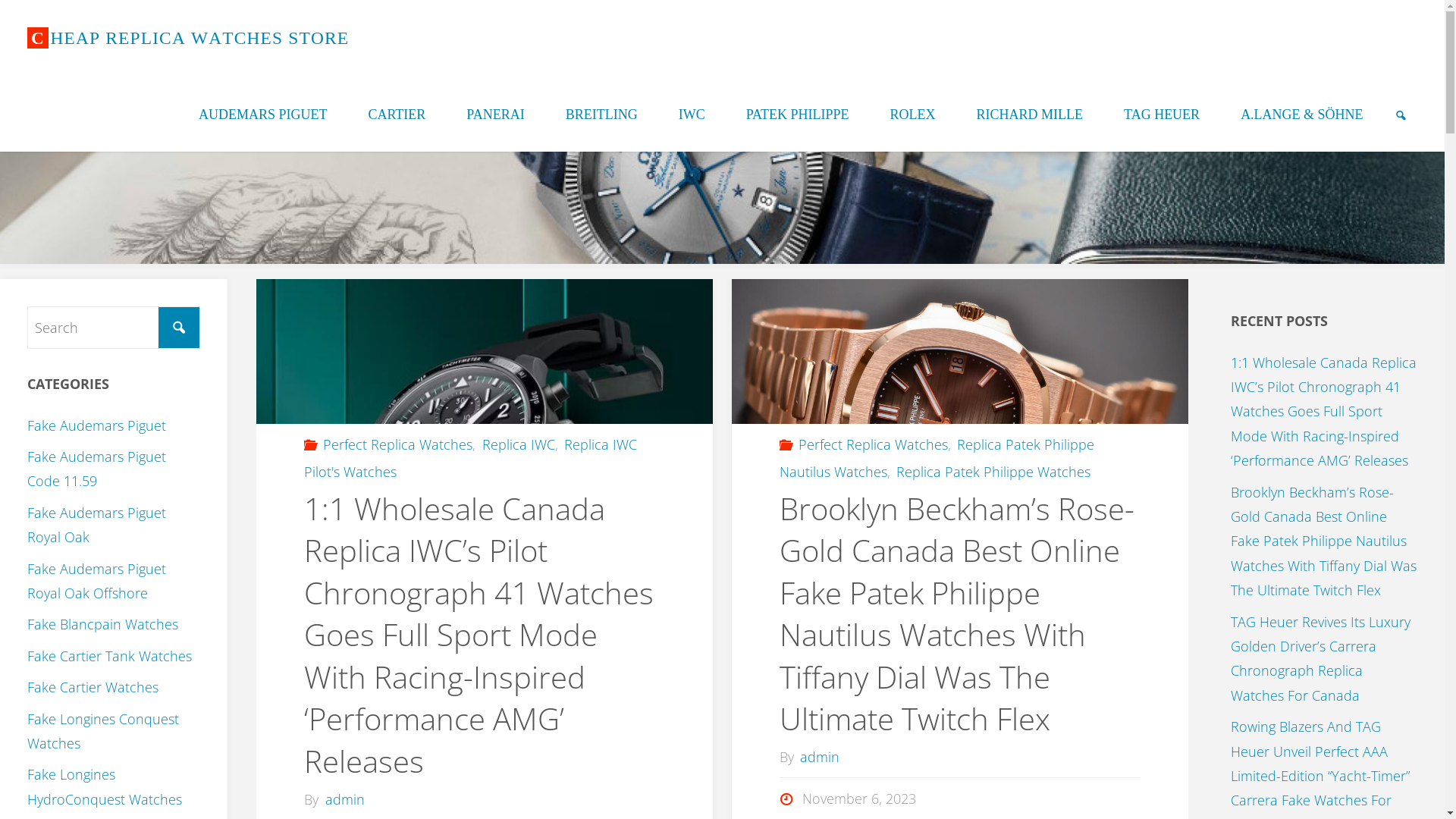 This screenshot has height=819, width=1456. I want to click on 'Fake Audemars Piguet Royal Oak Offshore', so click(96, 580).